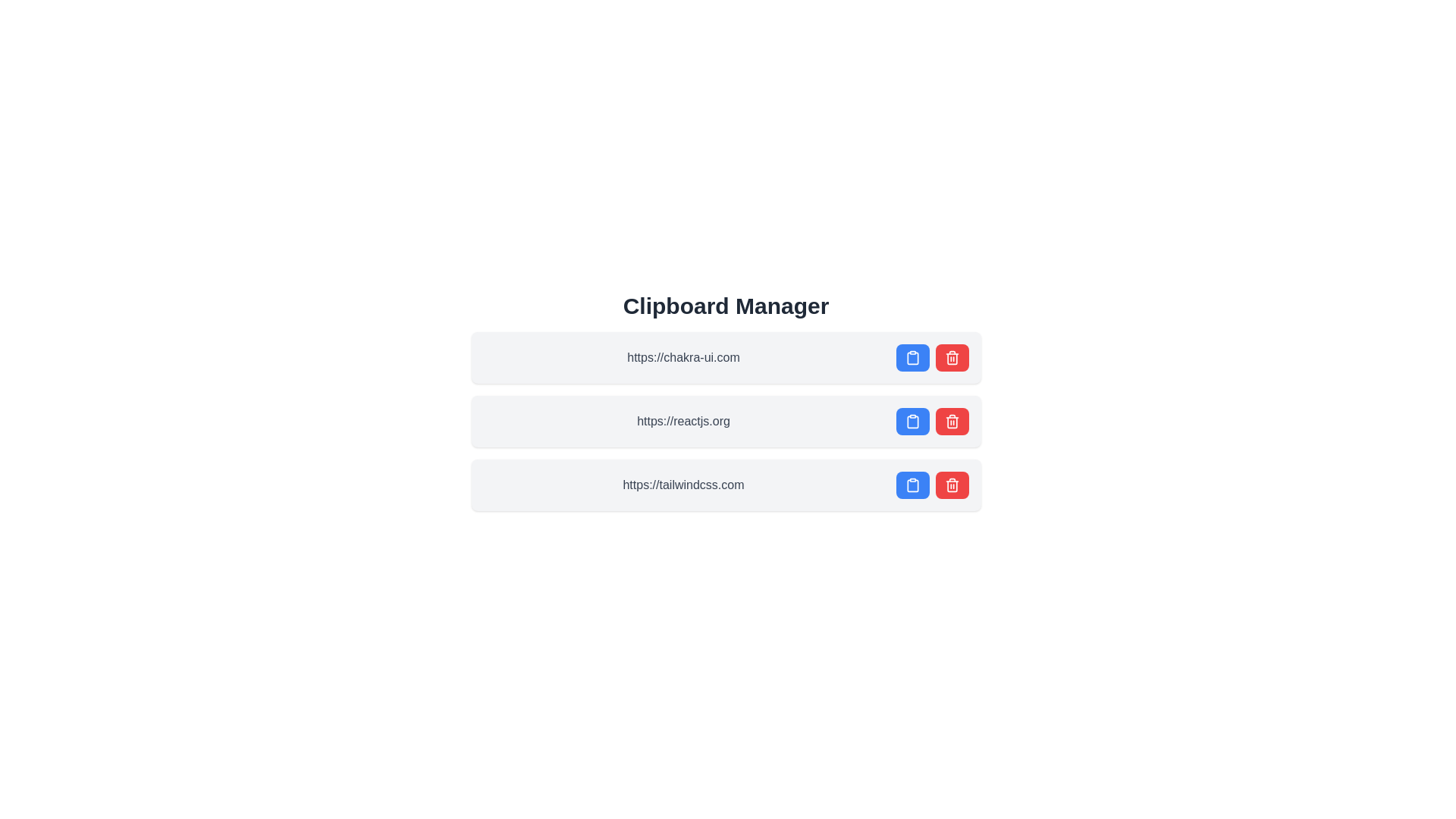  Describe the element at coordinates (912, 485) in the screenshot. I see `the clipboard icon located on the blue button in the right section of the third list entry` at that location.